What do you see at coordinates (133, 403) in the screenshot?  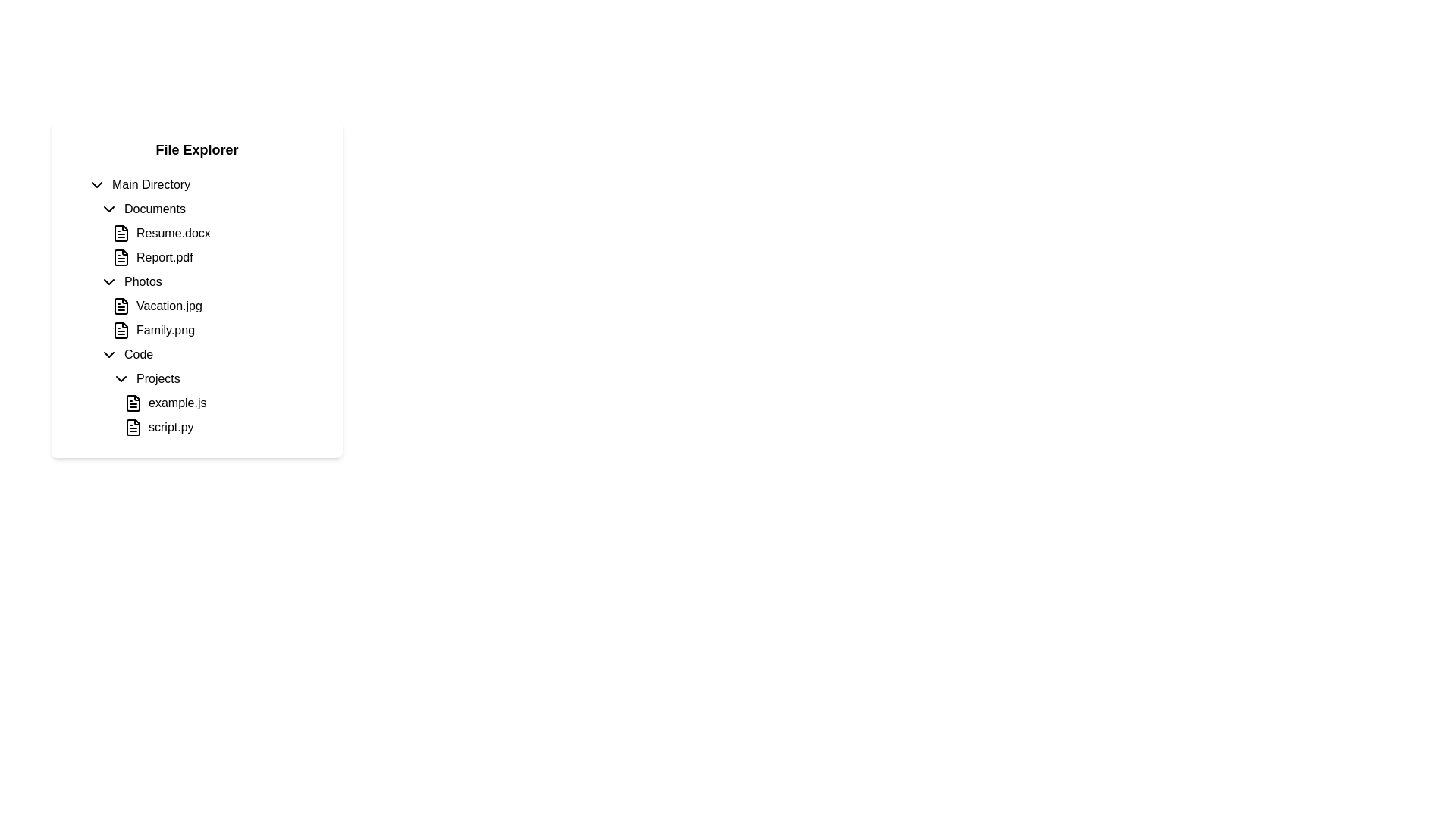 I see `the file icon representing 'example.js' located in the 'Projects' subsection of the 'Code' directory` at bounding box center [133, 403].